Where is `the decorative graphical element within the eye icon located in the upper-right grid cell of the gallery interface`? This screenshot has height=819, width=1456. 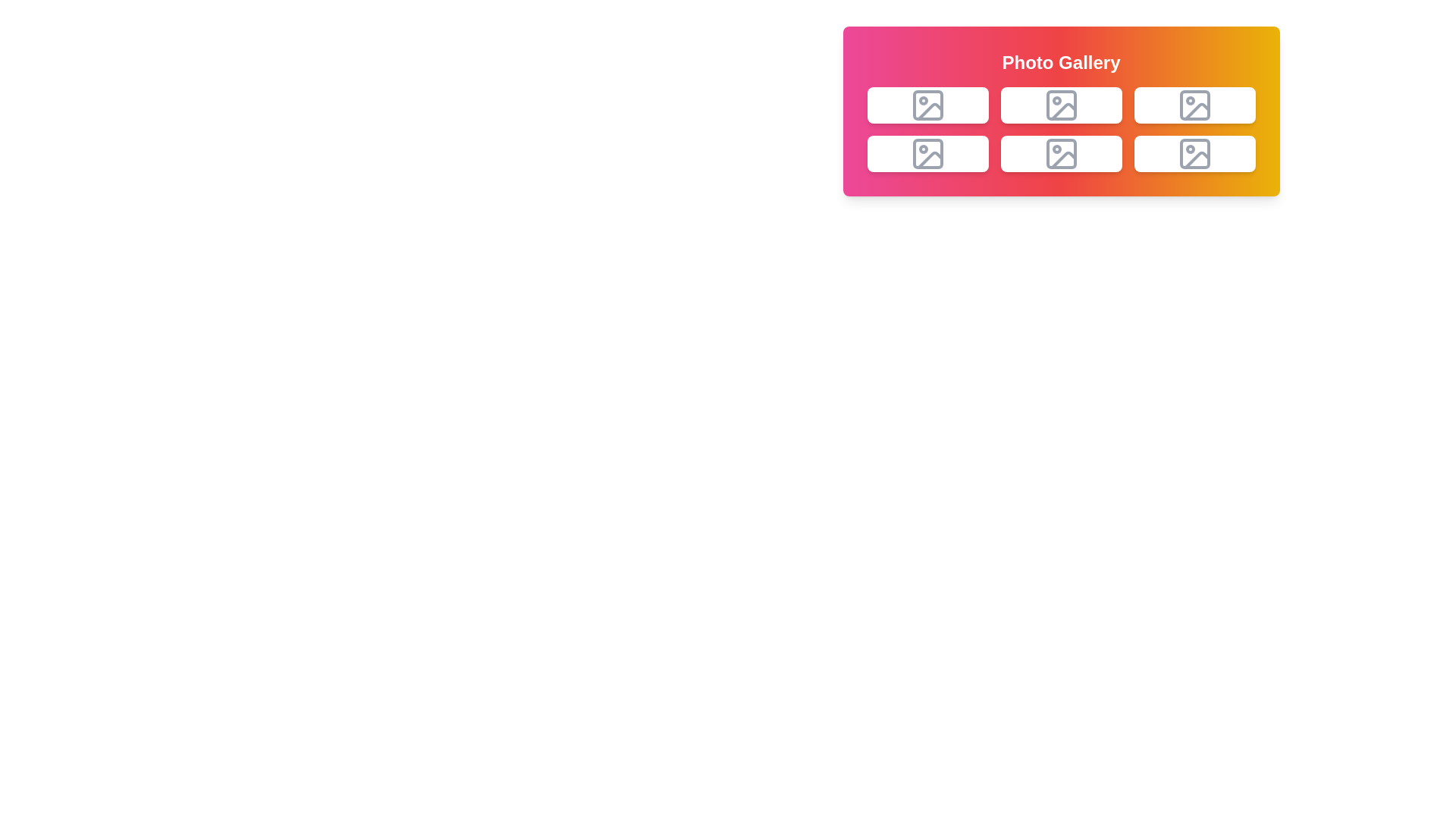 the decorative graphical element within the eye icon located in the upper-right grid cell of the gallery interface is located at coordinates (1174, 104).